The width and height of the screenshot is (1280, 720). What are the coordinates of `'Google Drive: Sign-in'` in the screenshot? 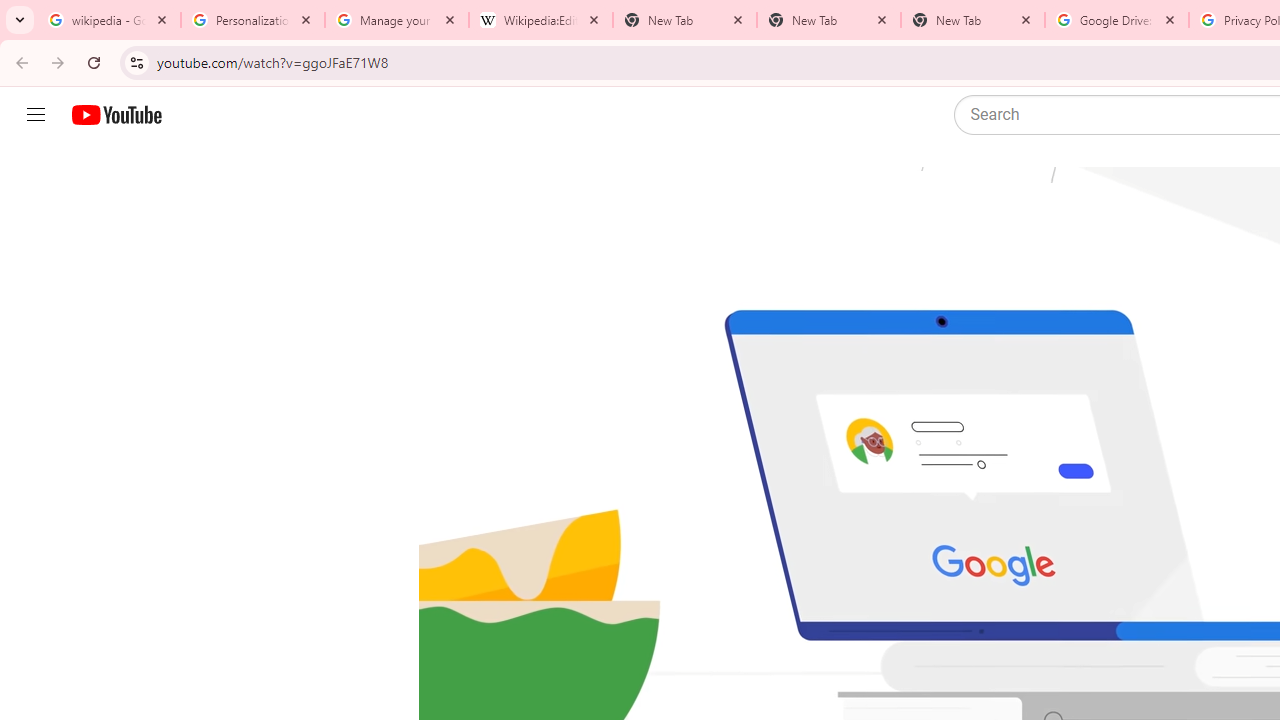 It's located at (1115, 20).